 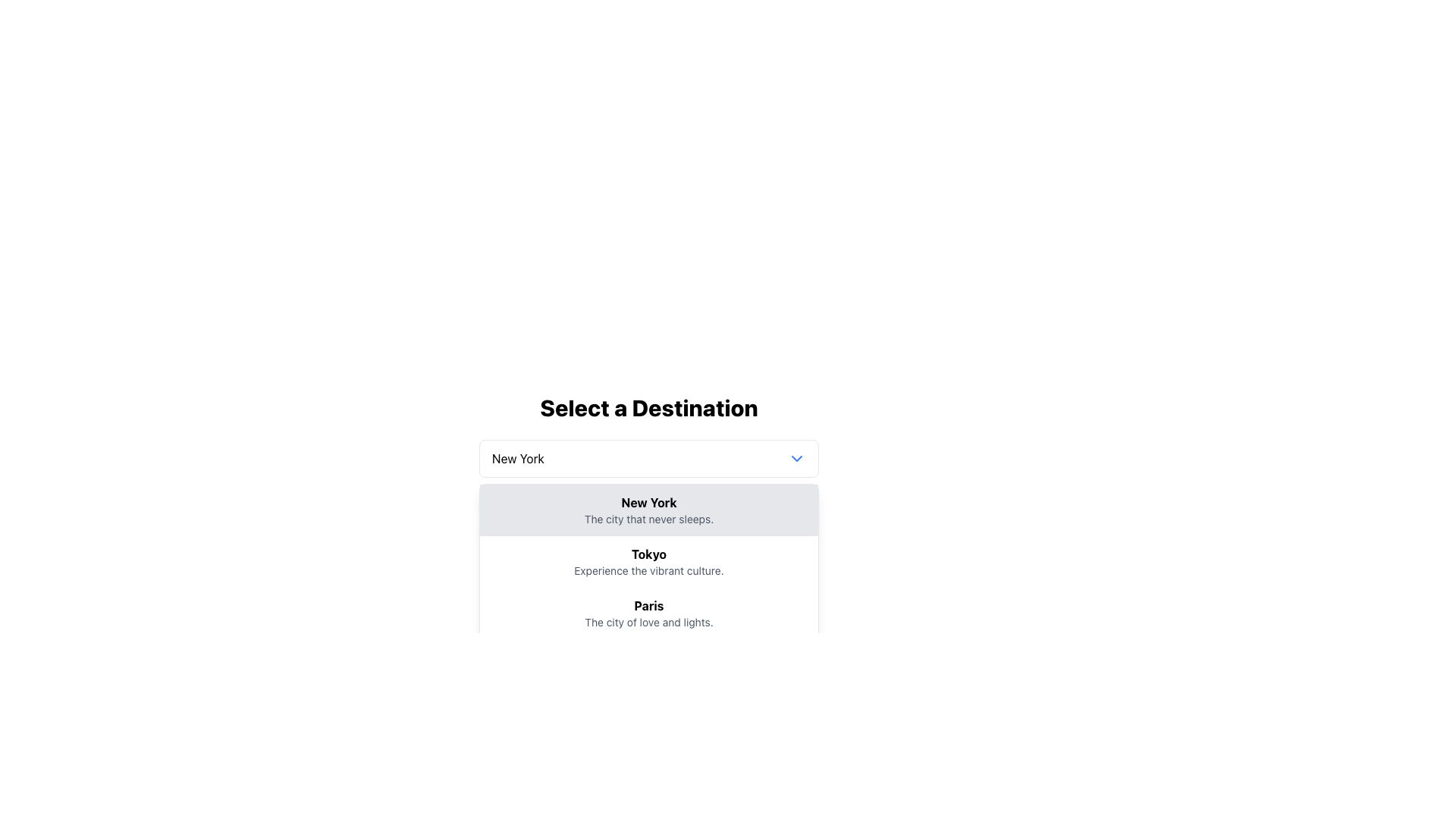 I want to click on the text element reading 'The city of love and lights.' which is styled in gray and positioned below the bold heading 'Paris.', so click(x=648, y=623).